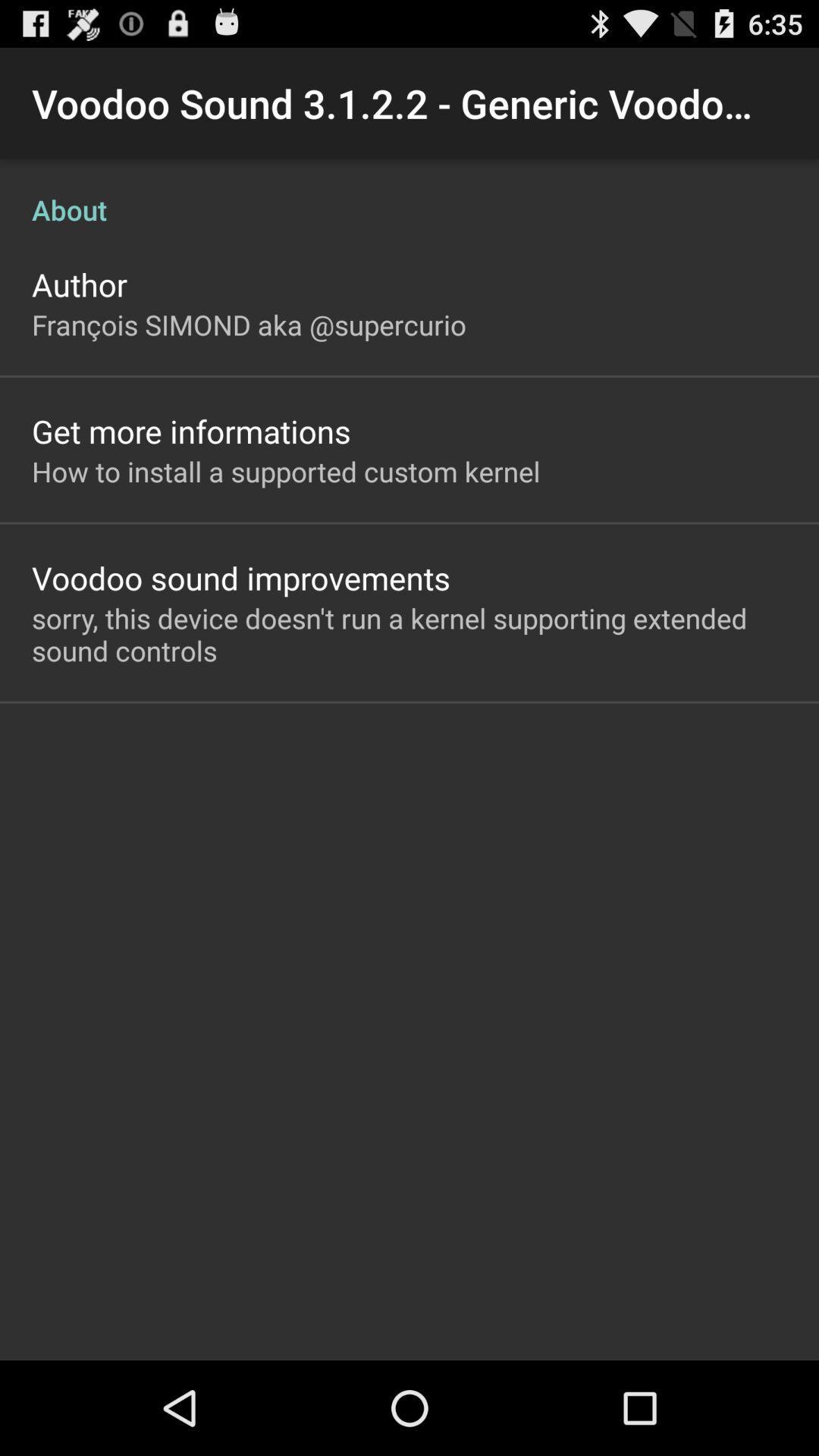 The height and width of the screenshot is (1456, 819). Describe the element at coordinates (286, 470) in the screenshot. I see `icon above the voodoo sound improvements app` at that location.